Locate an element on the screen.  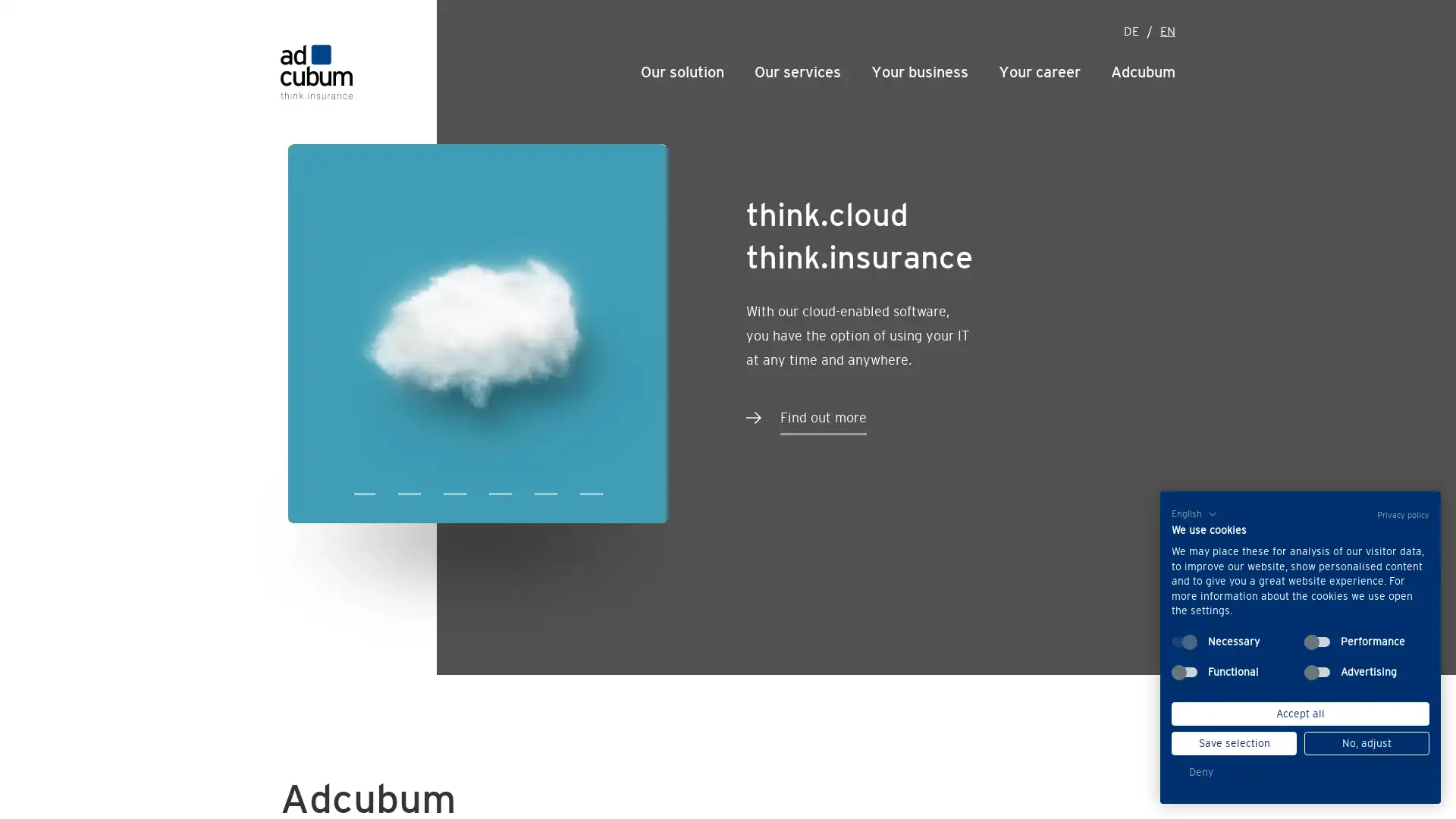
Deny is located at coordinates (1200, 772).